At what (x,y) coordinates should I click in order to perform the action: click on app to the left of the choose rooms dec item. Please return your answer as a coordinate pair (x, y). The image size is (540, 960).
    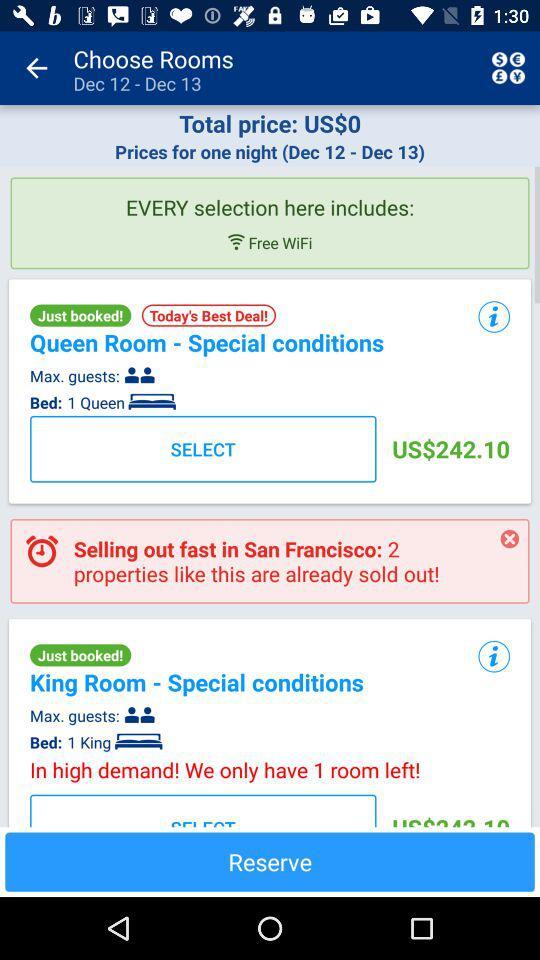
    Looking at the image, I should click on (36, 68).